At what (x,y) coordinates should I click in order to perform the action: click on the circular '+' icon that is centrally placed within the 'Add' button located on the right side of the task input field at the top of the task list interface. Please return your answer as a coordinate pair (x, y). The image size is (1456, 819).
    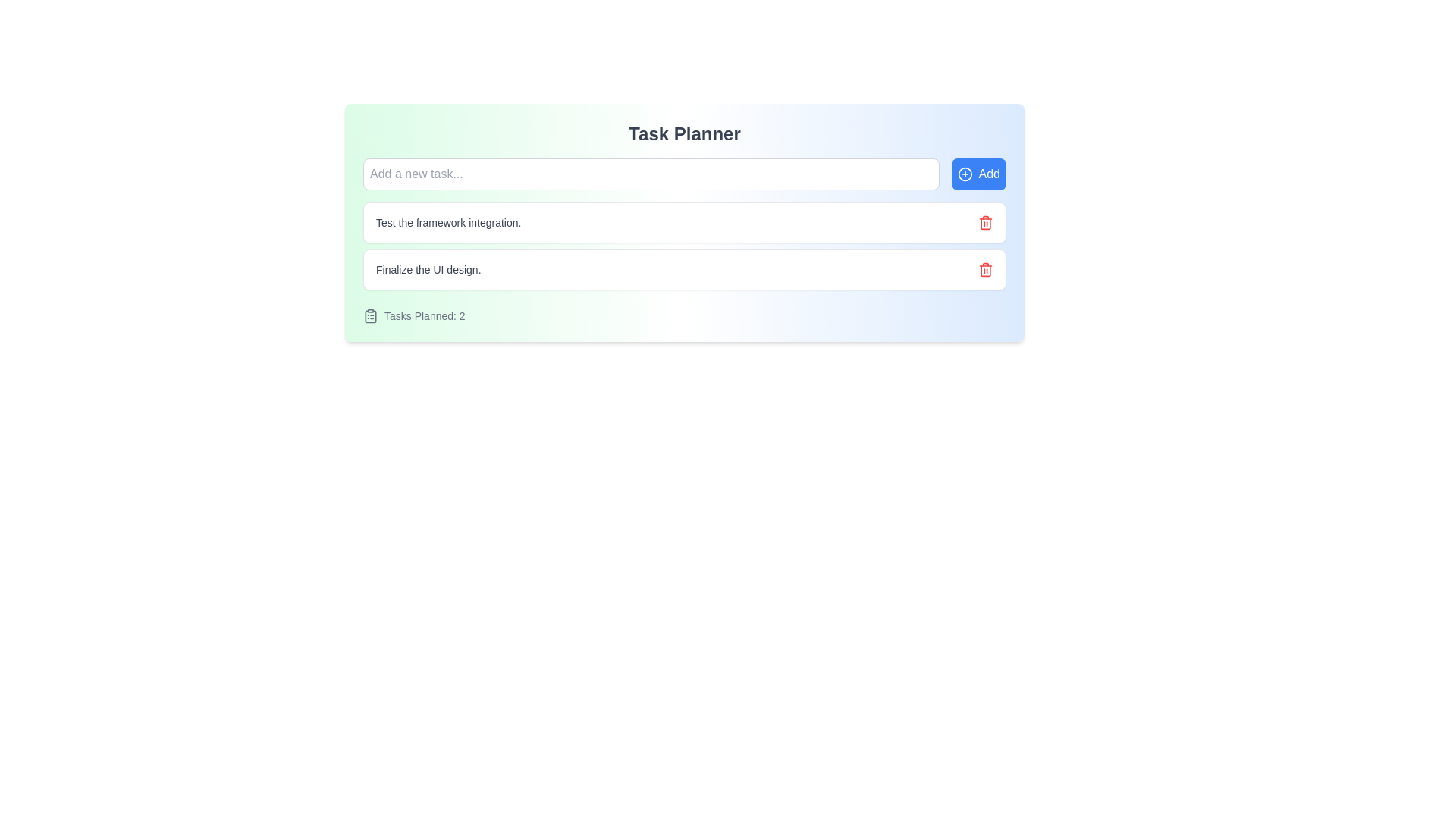
    Looking at the image, I should click on (964, 174).